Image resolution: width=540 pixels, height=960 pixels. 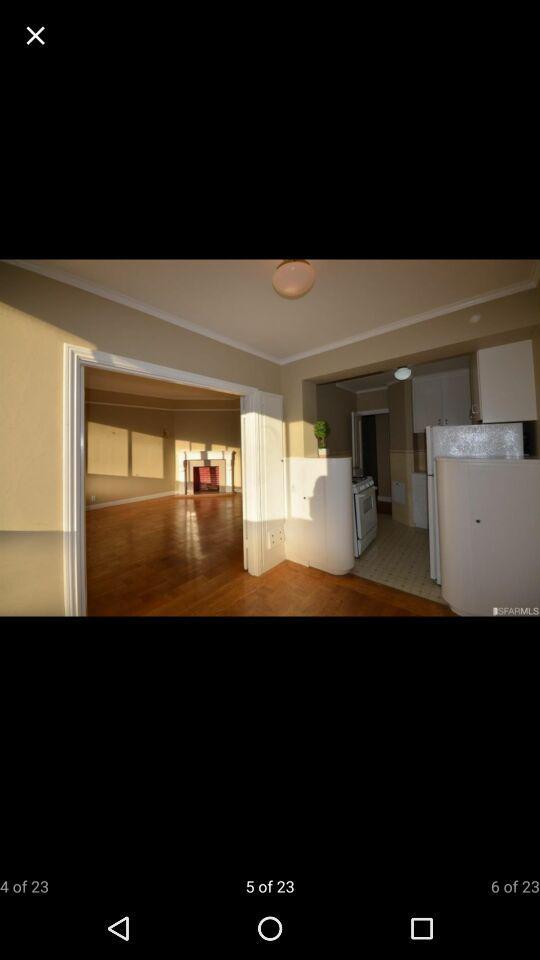 What do you see at coordinates (35, 34) in the screenshot?
I see `exit window` at bounding box center [35, 34].